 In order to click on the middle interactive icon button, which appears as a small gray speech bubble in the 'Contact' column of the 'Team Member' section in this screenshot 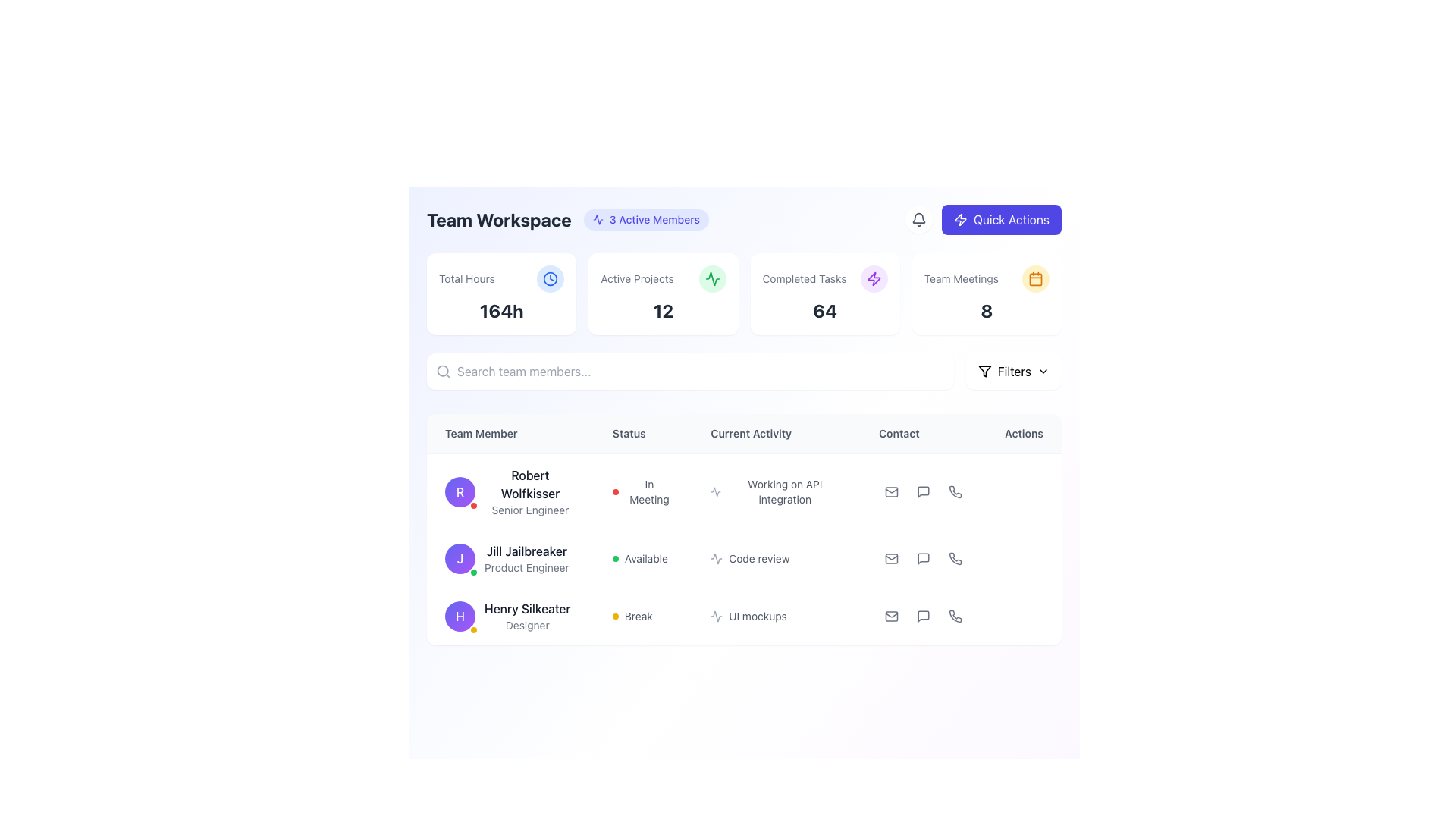, I will do `click(923, 491)`.